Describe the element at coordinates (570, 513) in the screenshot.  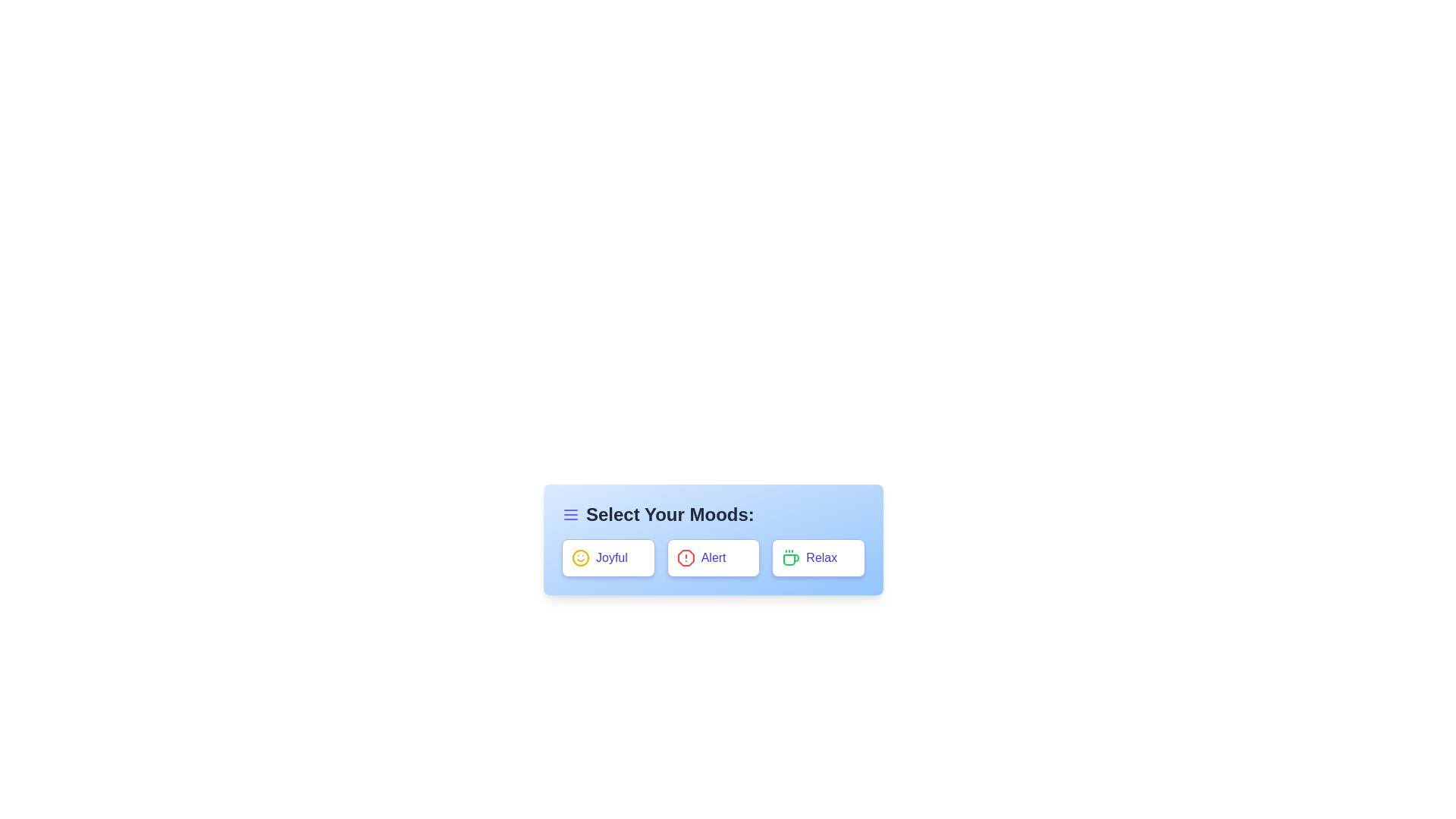
I see `the menu icon to open the menu` at that location.